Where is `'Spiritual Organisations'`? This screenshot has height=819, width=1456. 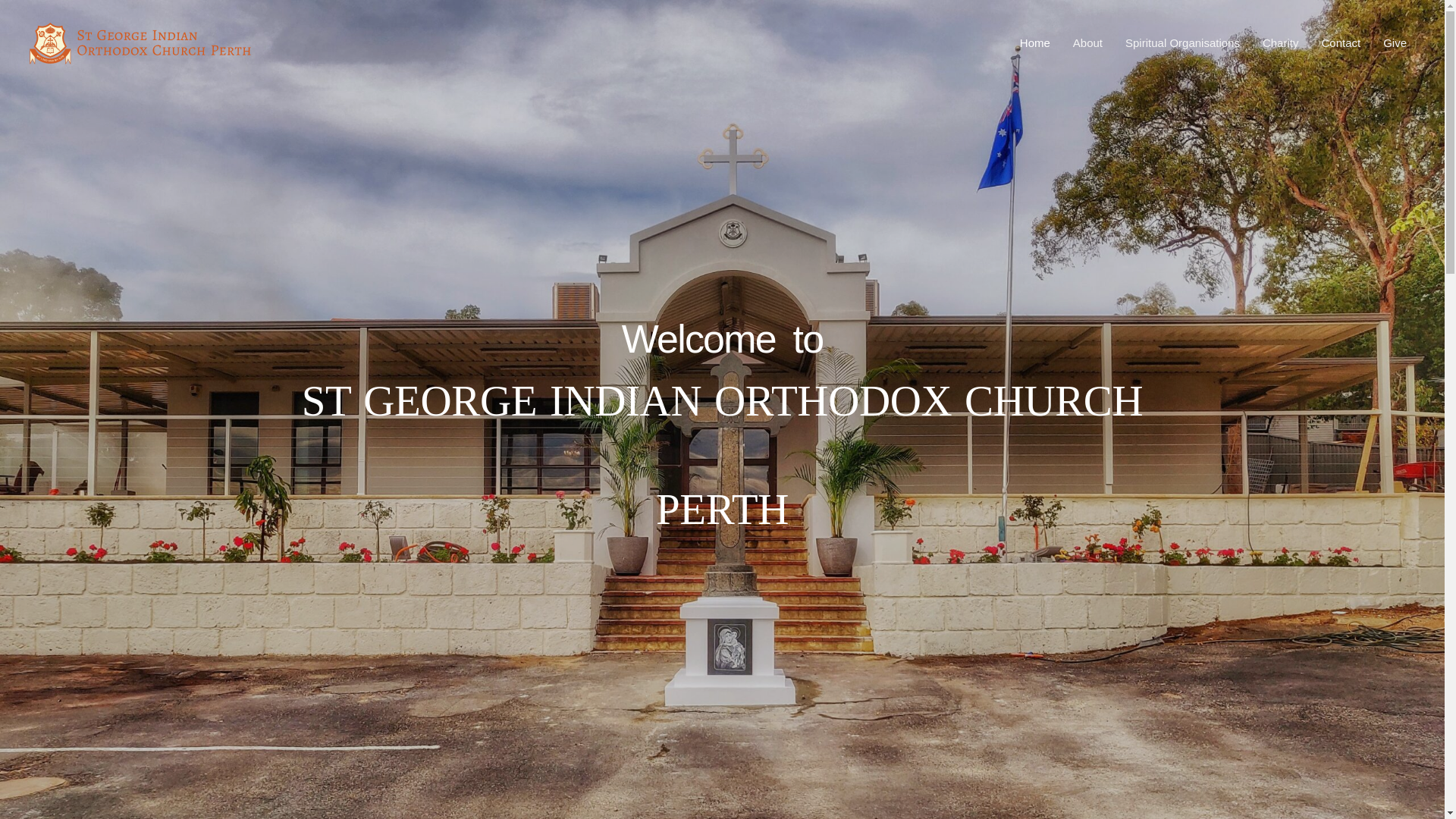
'Spiritual Organisations' is located at coordinates (1181, 42).